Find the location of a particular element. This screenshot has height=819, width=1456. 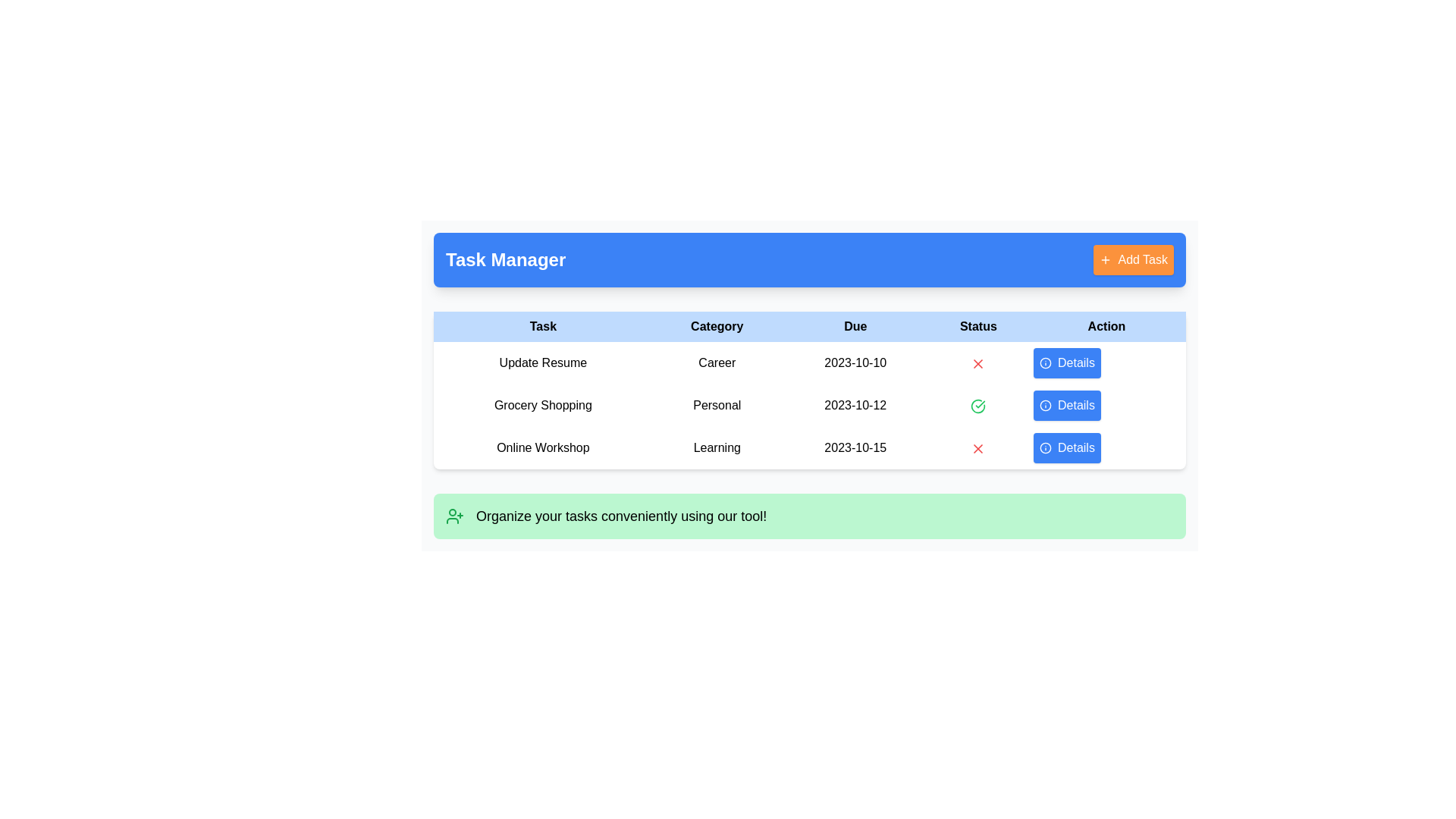

the 'Add Task' button located at the top-right corner of the blue header bar labeled 'Task Manager' is located at coordinates (1134, 259).